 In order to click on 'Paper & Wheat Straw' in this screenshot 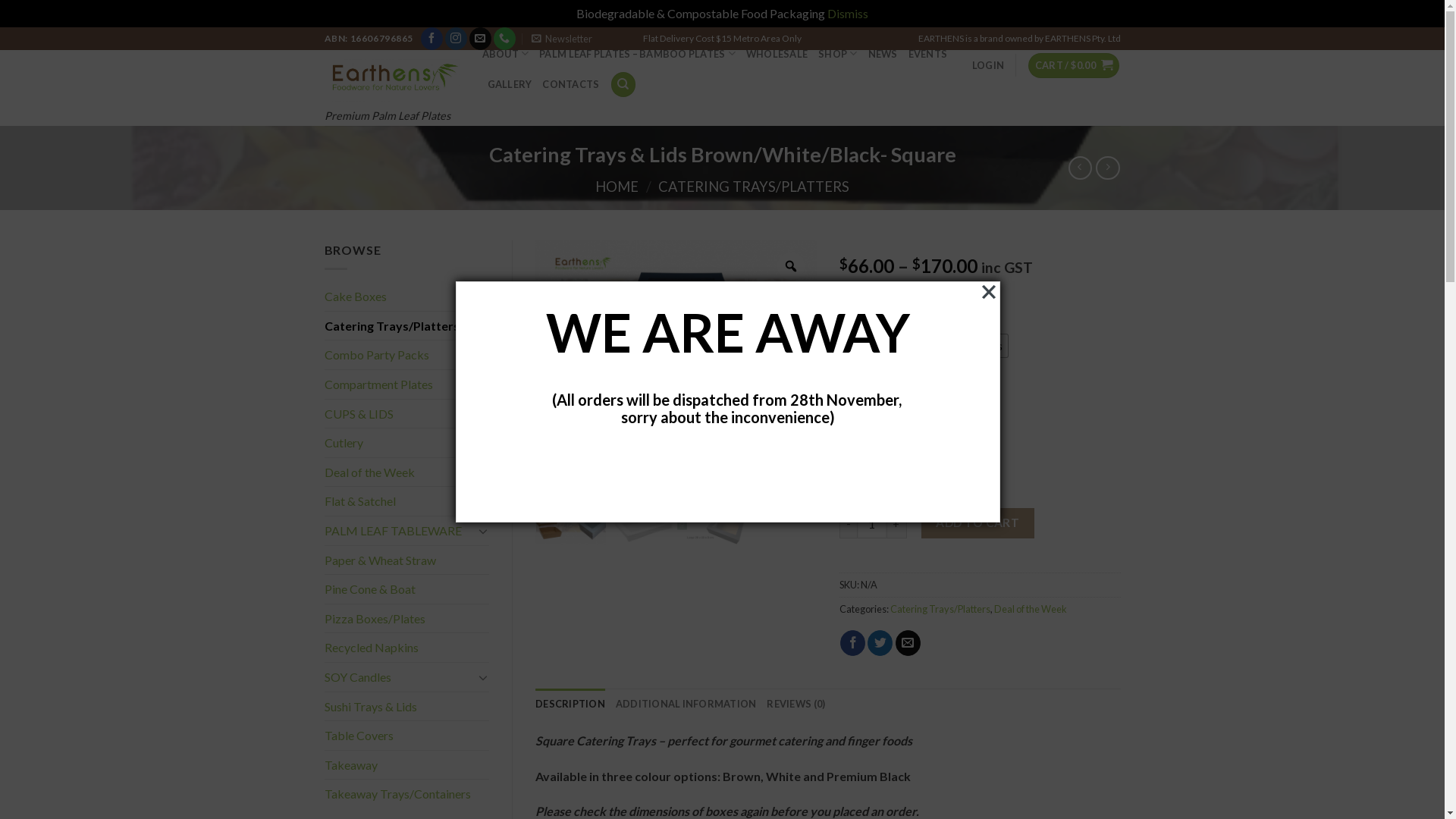, I will do `click(323, 560)`.